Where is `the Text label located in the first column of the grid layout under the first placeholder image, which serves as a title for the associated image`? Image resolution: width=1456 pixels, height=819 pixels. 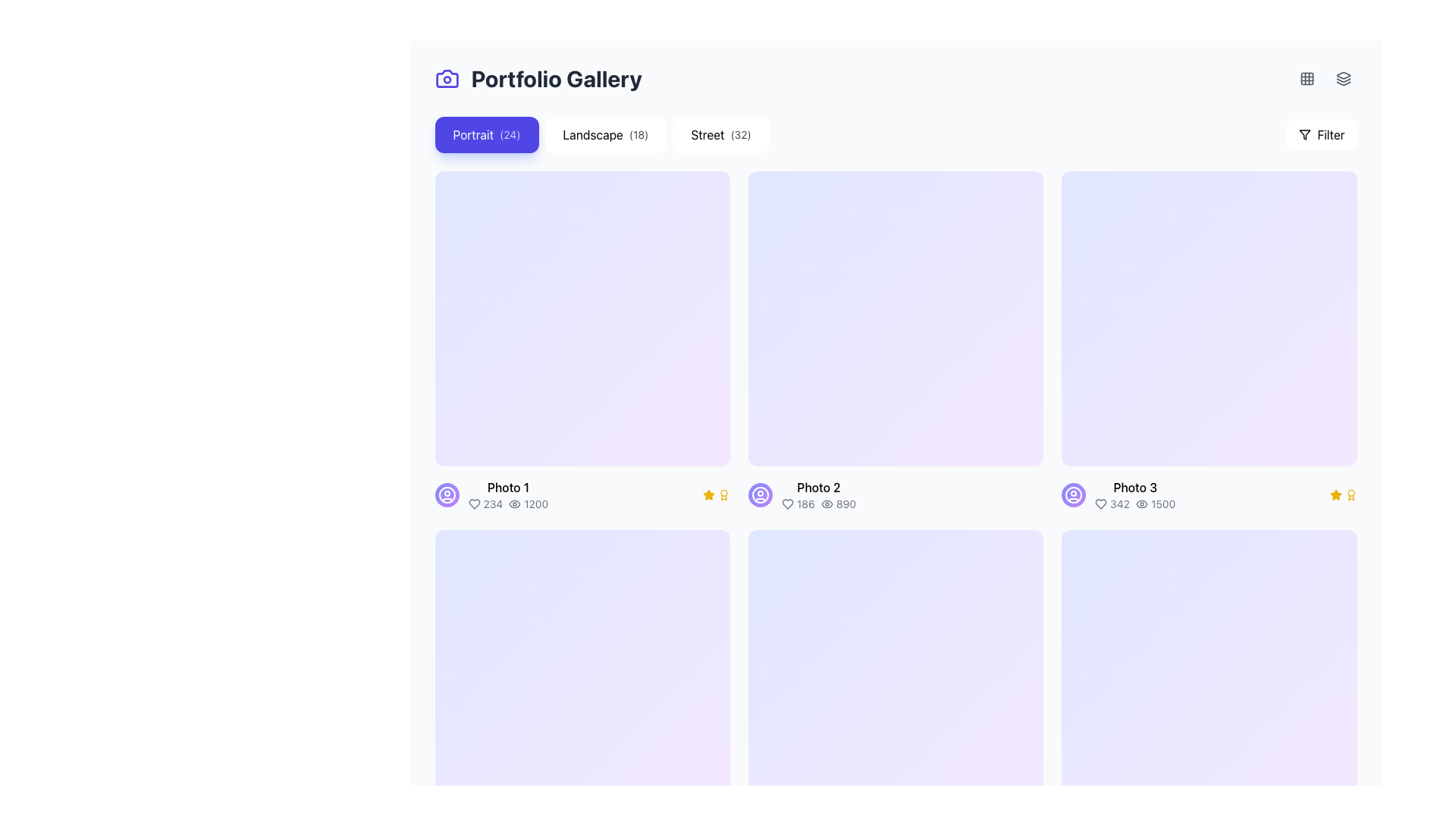 the Text label located in the first column of the grid layout under the first placeholder image, which serves as a title for the associated image is located at coordinates (508, 488).